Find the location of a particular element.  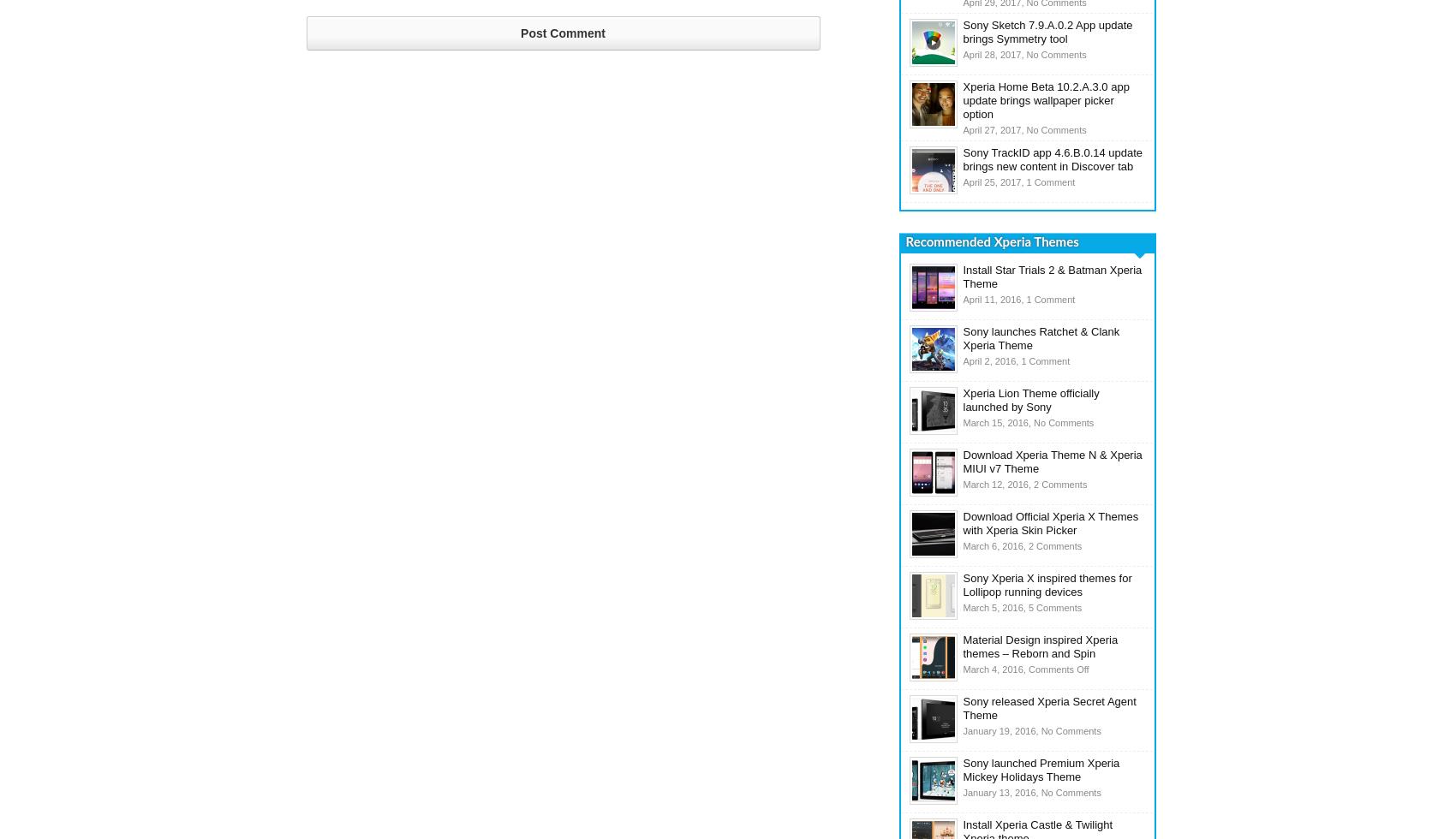

'January 13, 2016,' is located at coordinates (963, 793).